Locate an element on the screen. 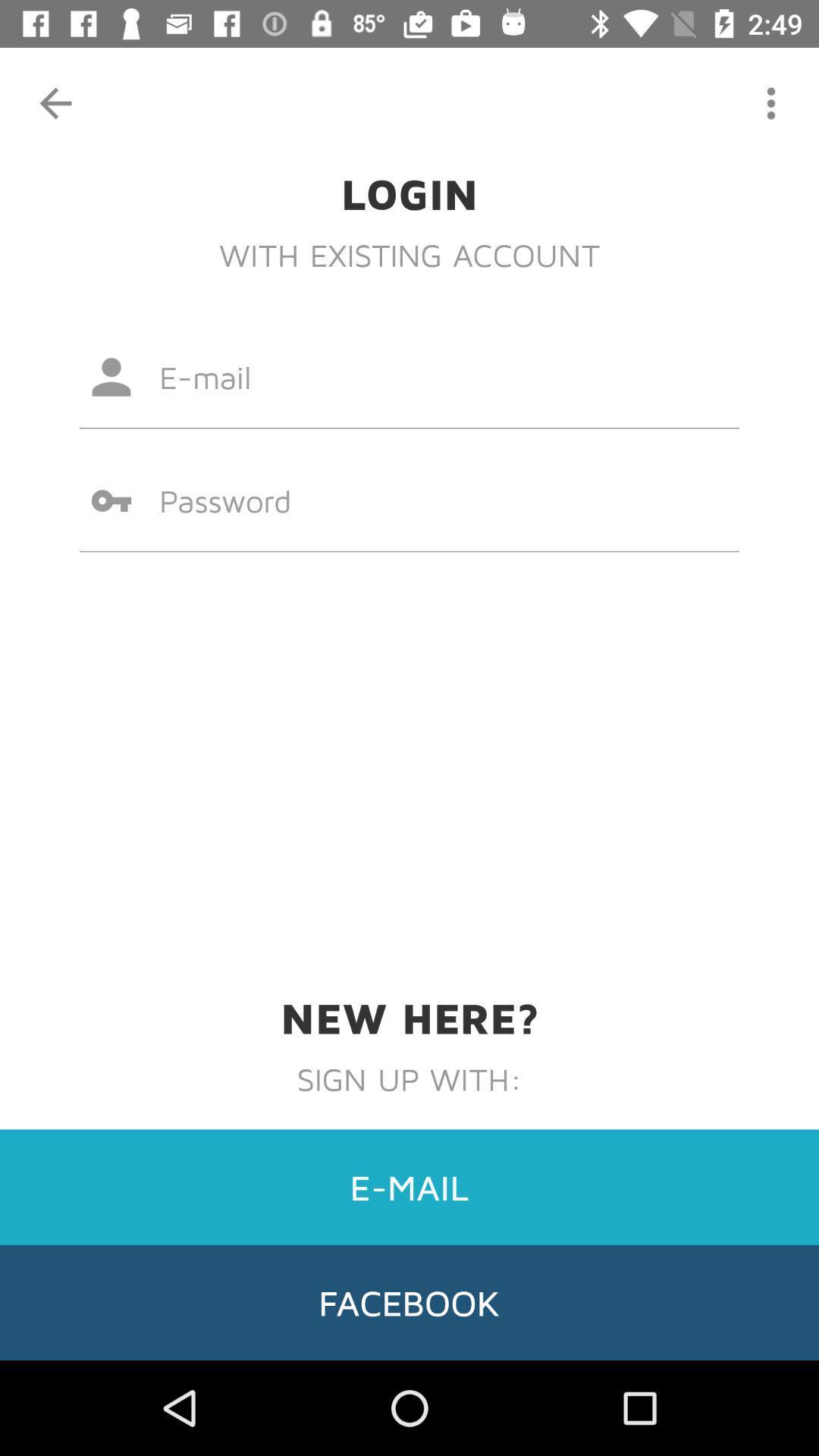 This screenshot has width=819, height=1456. icon at the center is located at coordinates (409, 500).